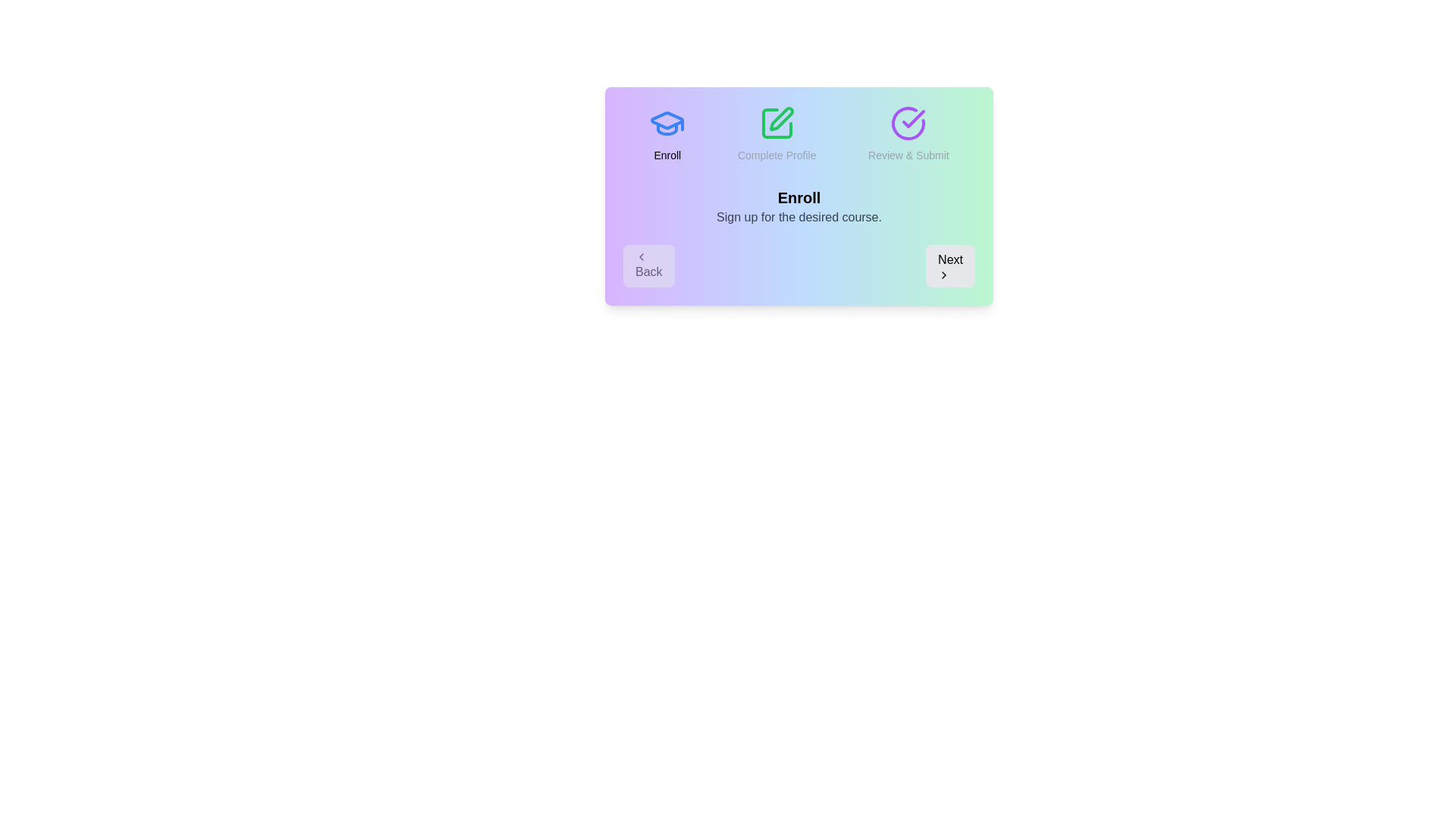  What do you see at coordinates (667, 133) in the screenshot?
I see `the progress indicator for step Enroll to view its status` at bounding box center [667, 133].